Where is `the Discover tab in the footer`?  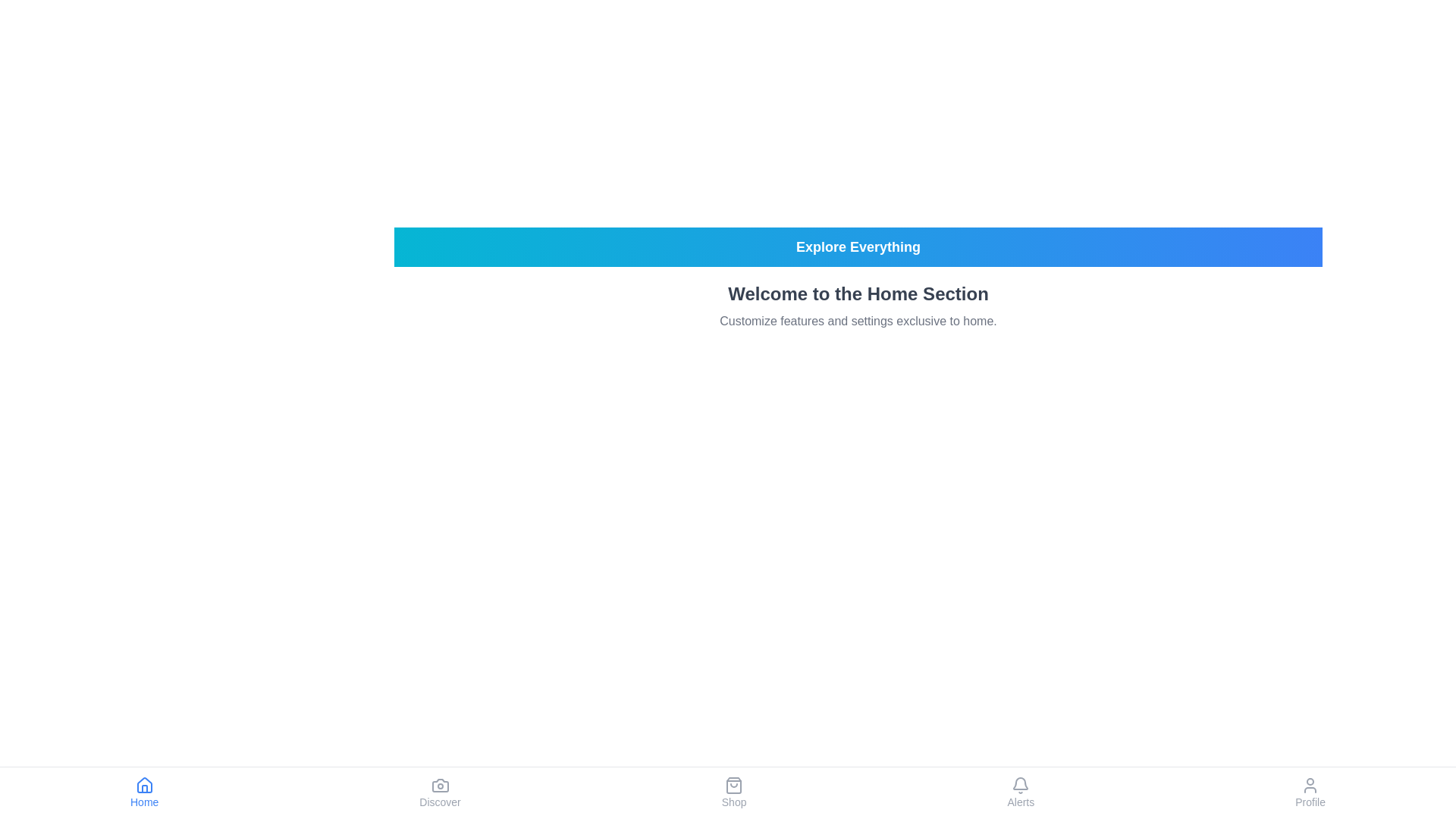
the Discover tab in the footer is located at coordinates (439, 792).